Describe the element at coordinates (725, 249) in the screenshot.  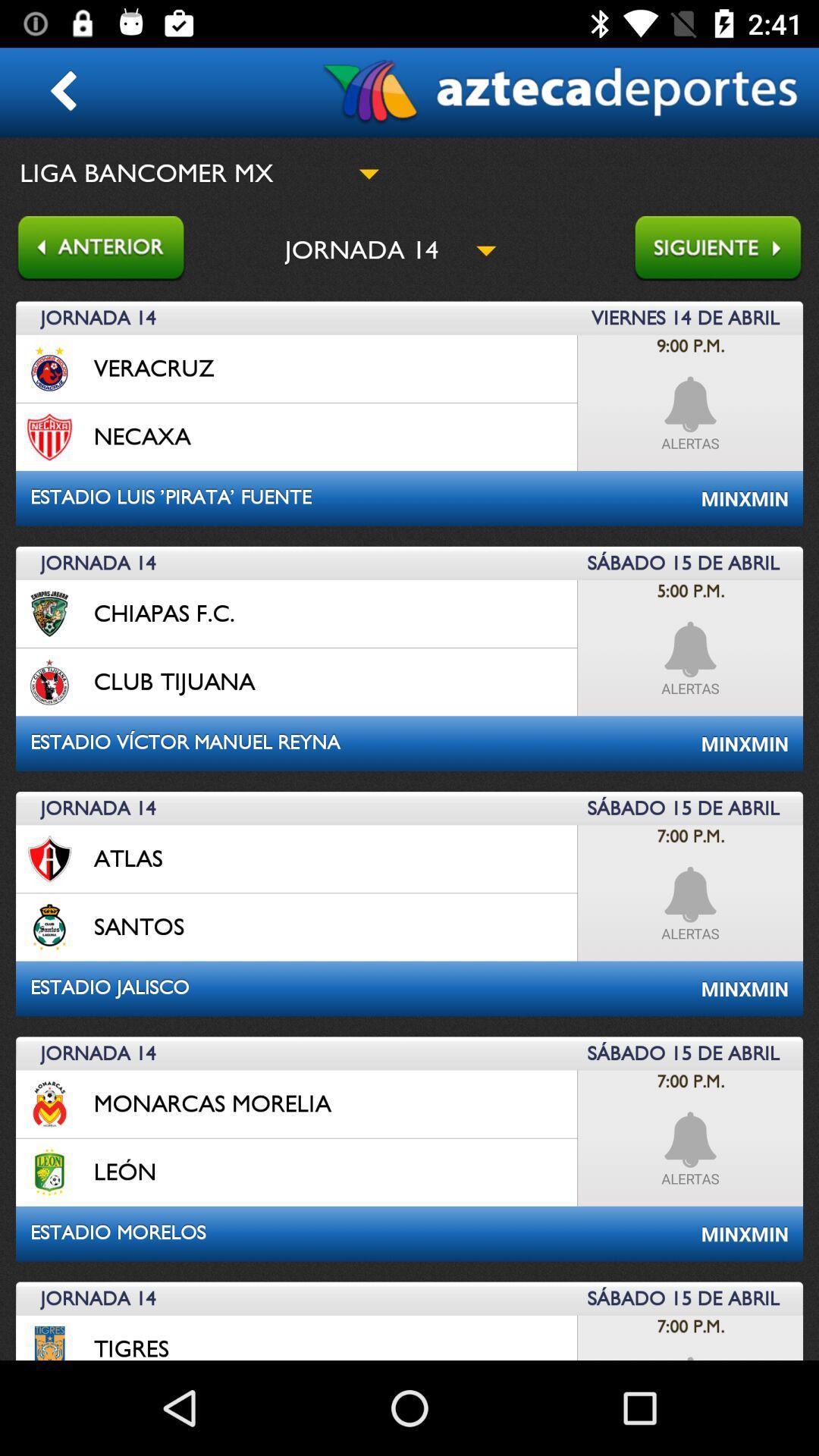
I see `next` at that location.